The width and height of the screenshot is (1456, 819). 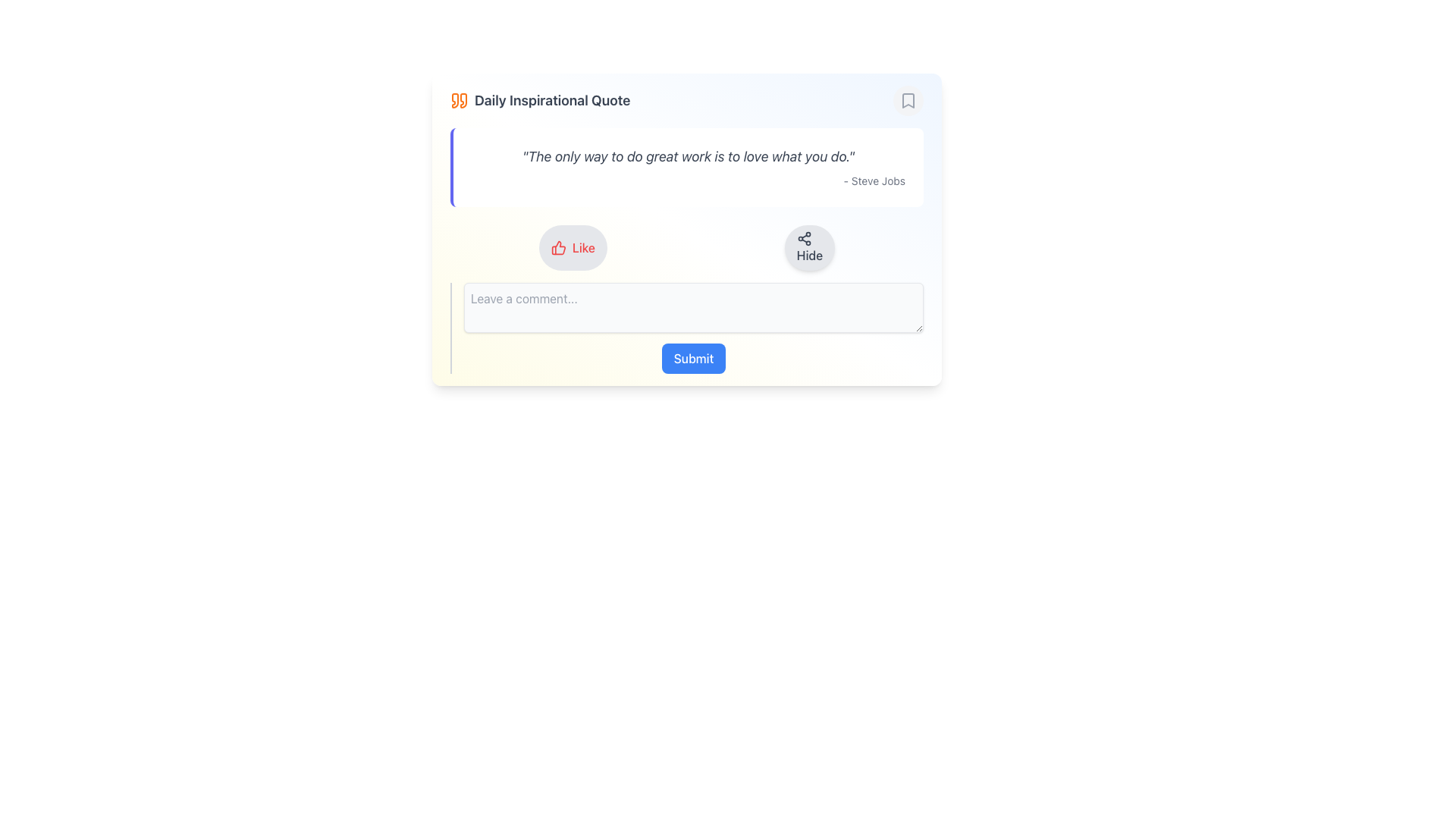 I want to click on the lower part of the decorative quote icon located to the left of the text 'Daily Inspirational Quote', so click(x=454, y=100).